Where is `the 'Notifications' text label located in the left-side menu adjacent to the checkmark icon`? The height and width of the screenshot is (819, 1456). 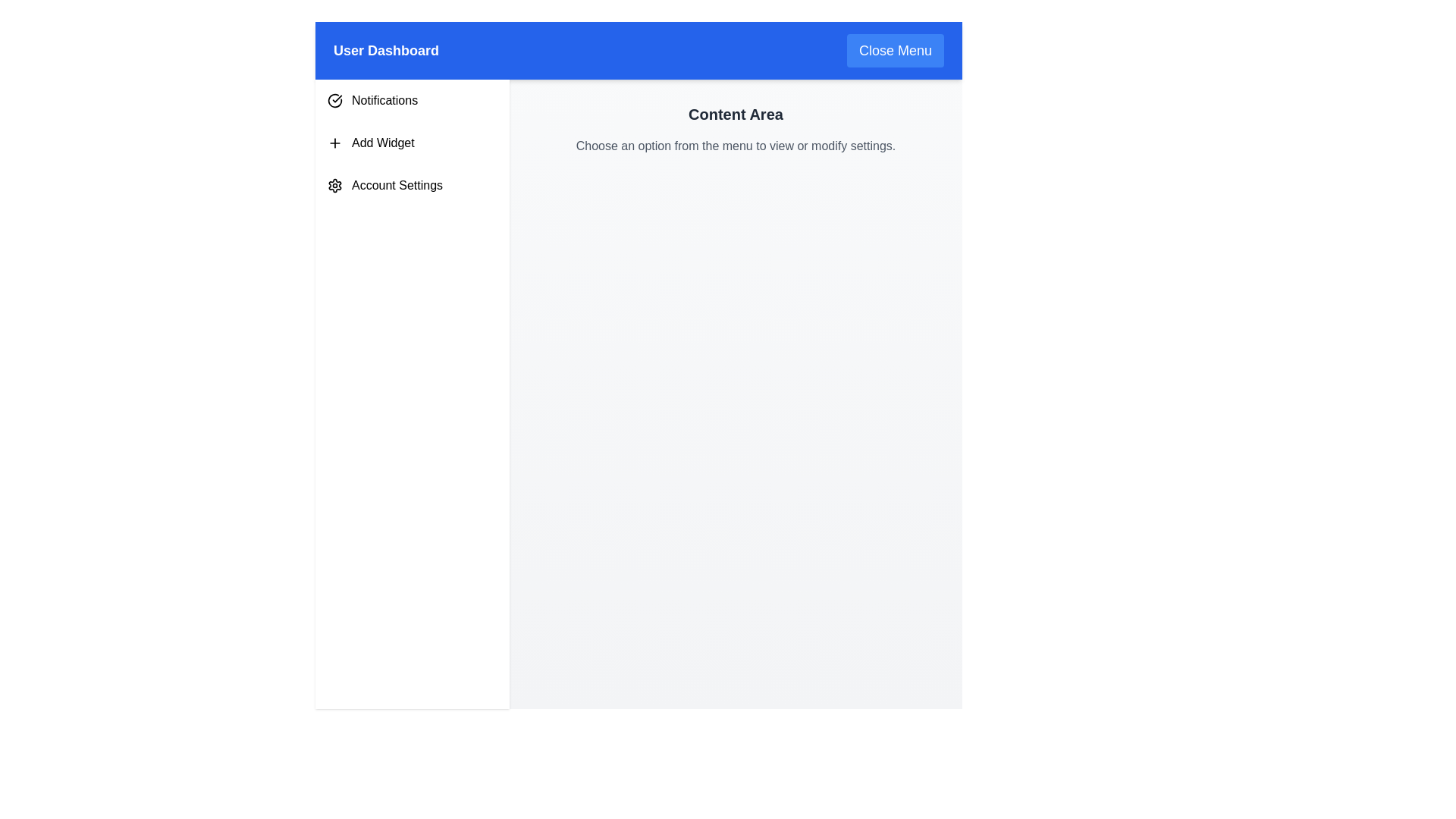
the 'Notifications' text label located in the left-side menu adjacent to the checkmark icon is located at coordinates (384, 100).